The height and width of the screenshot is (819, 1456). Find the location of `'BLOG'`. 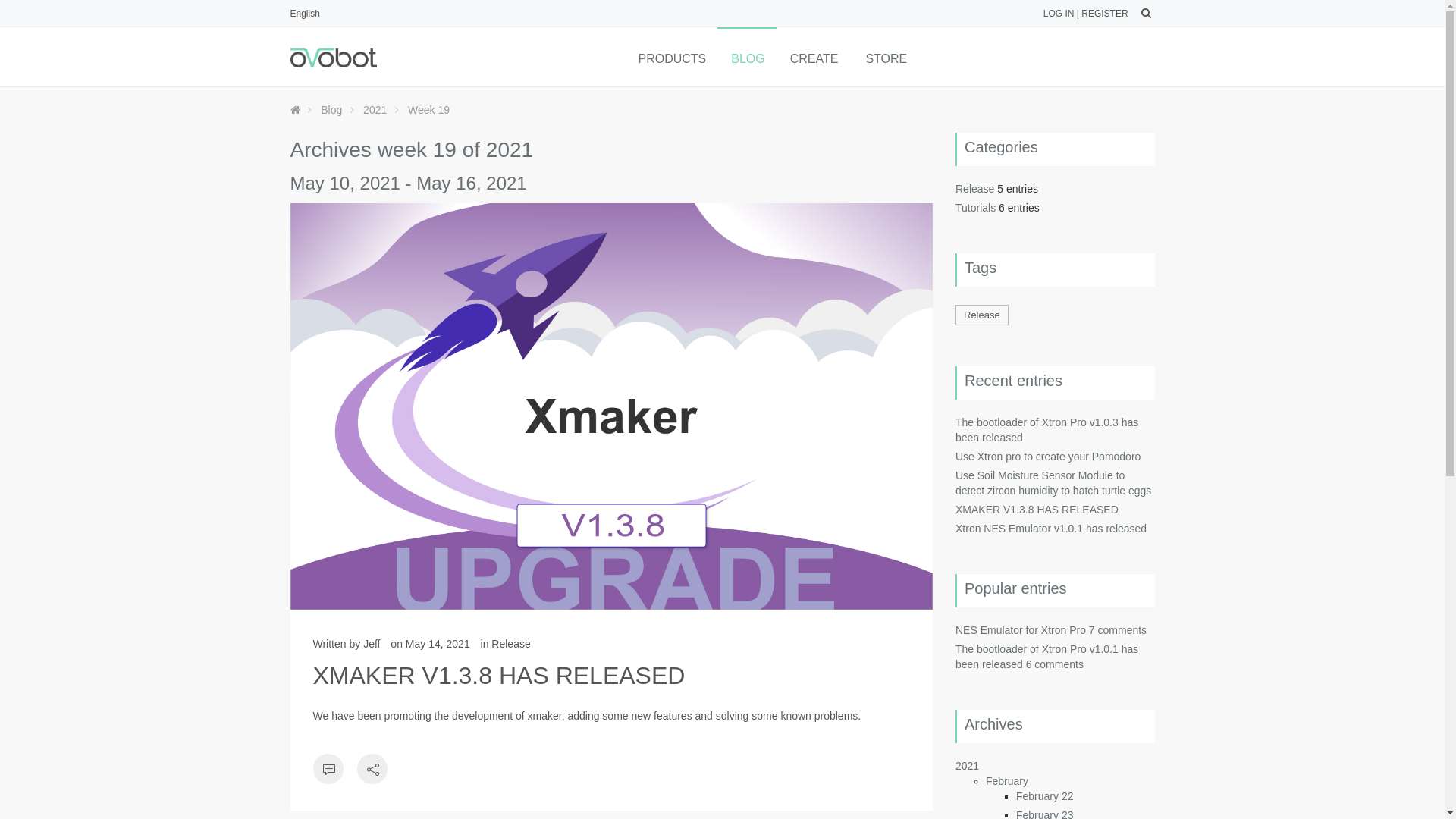

'BLOG' is located at coordinates (746, 55).